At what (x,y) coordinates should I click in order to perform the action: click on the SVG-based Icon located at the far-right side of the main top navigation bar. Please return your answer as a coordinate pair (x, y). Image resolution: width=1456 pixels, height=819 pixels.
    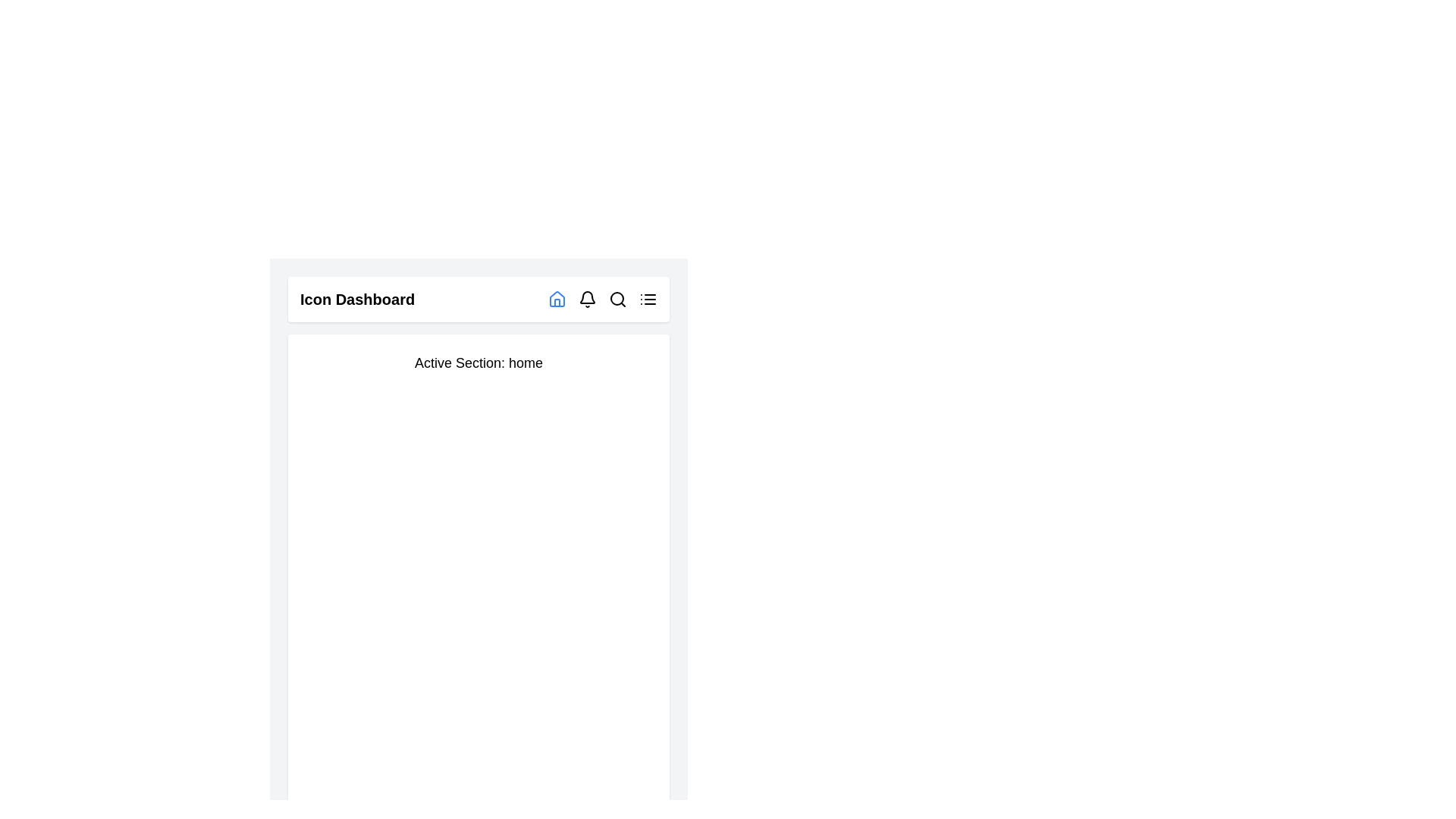
    Looking at the image, I should click on (648, 299).